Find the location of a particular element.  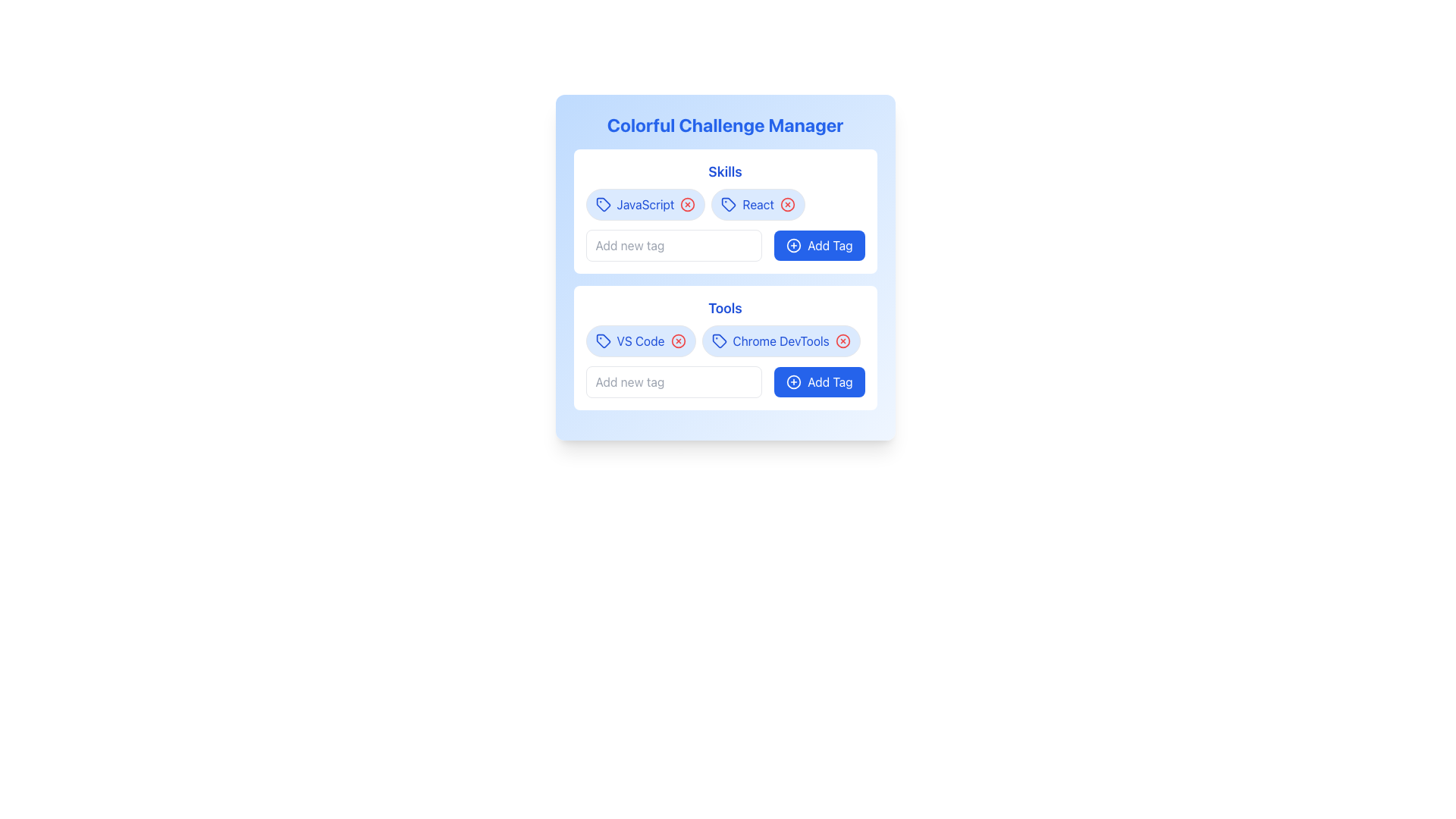

the 'JavaScript' text label within the tag component, which is the first label in the 'Skills' section of the 'Colorful Challenge Manager' card-like layout is located at coordinates (645, 205).